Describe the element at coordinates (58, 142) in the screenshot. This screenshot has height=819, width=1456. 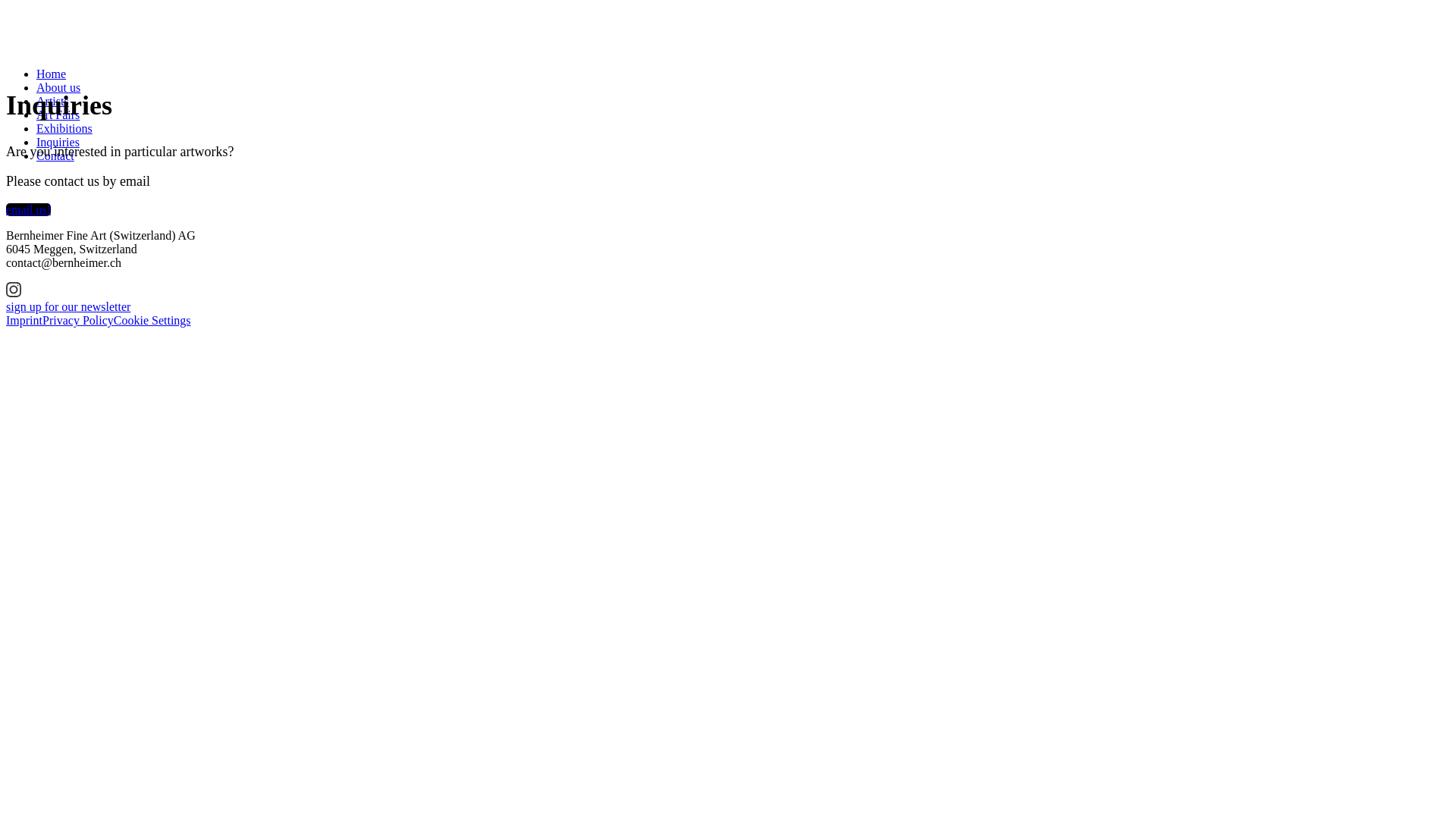
I see `'Inquiries'` at that location.